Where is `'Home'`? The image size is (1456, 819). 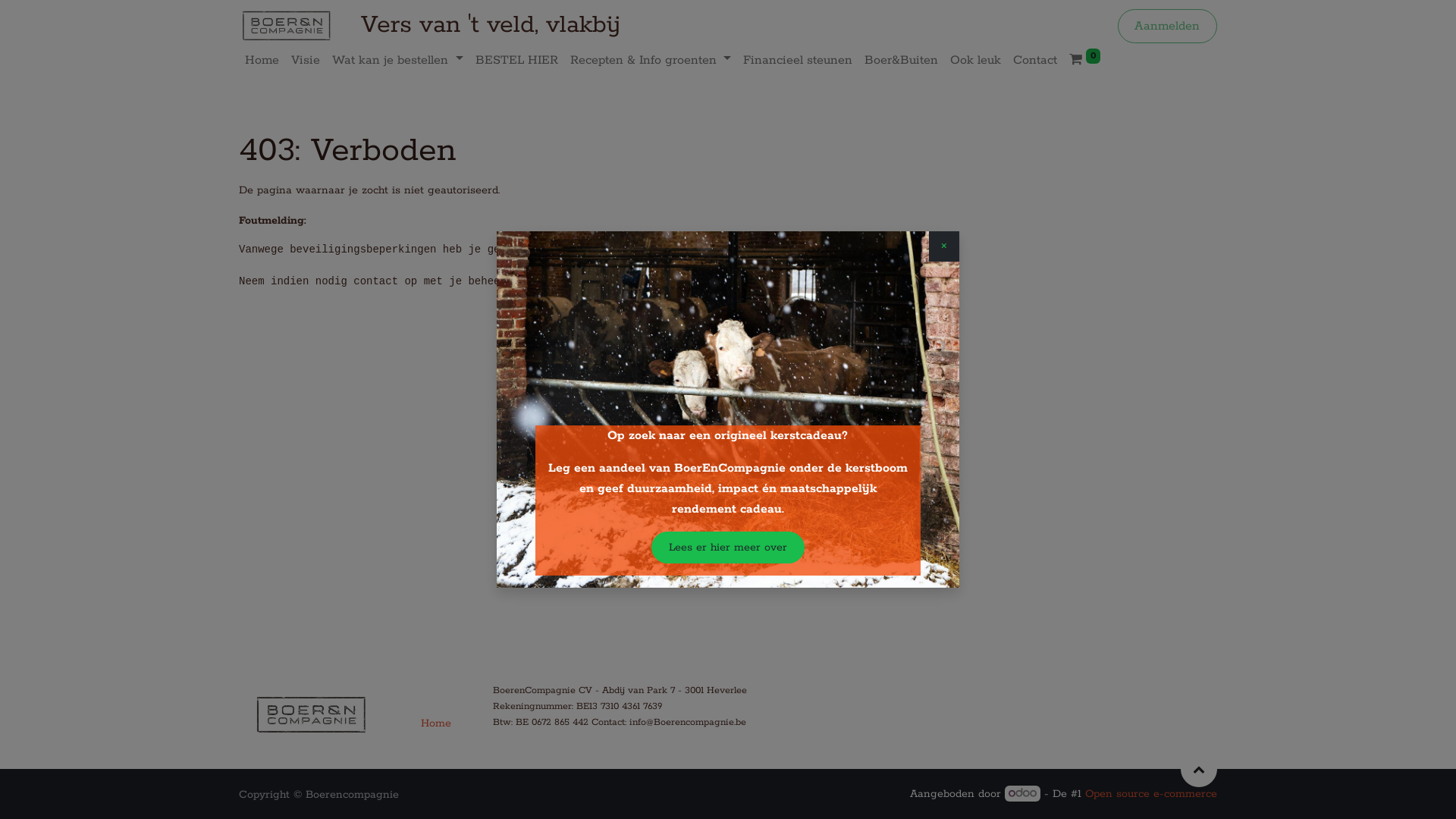
'Home' is located at coordinates (262, 59).